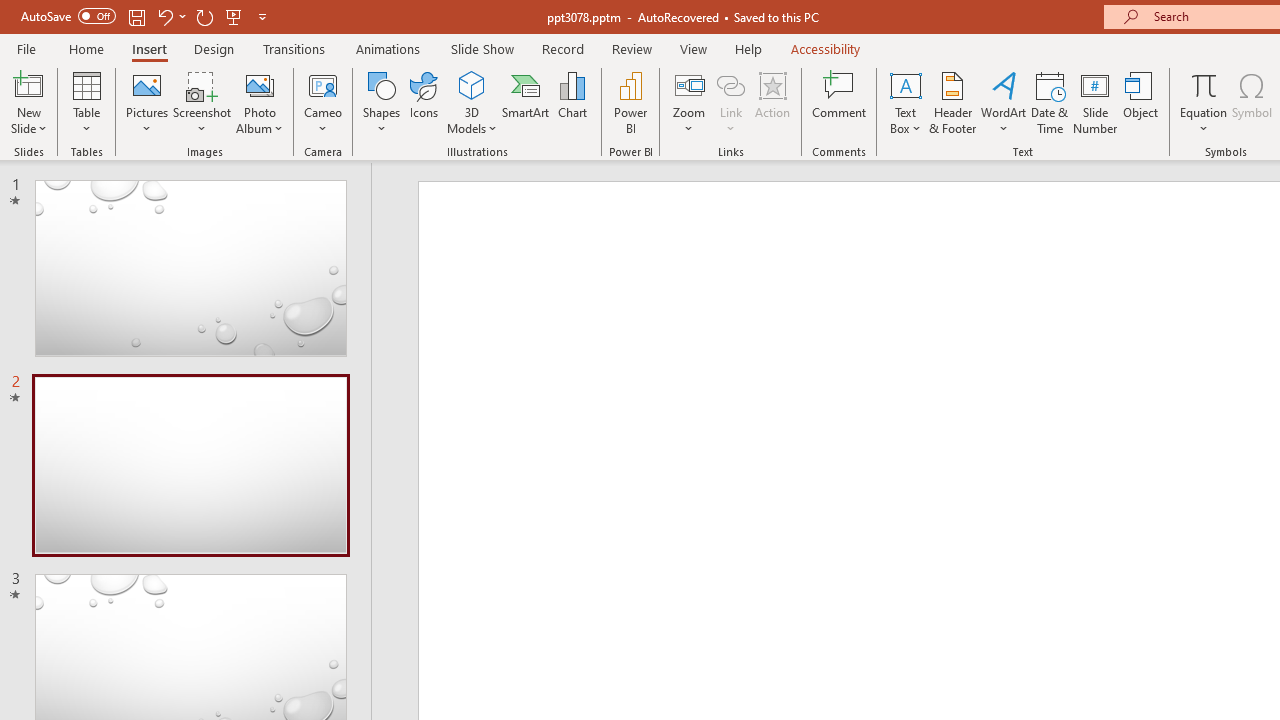 This screenshot has height=720, width=1280. I want to click on 'Power BI', so click(630, 103).